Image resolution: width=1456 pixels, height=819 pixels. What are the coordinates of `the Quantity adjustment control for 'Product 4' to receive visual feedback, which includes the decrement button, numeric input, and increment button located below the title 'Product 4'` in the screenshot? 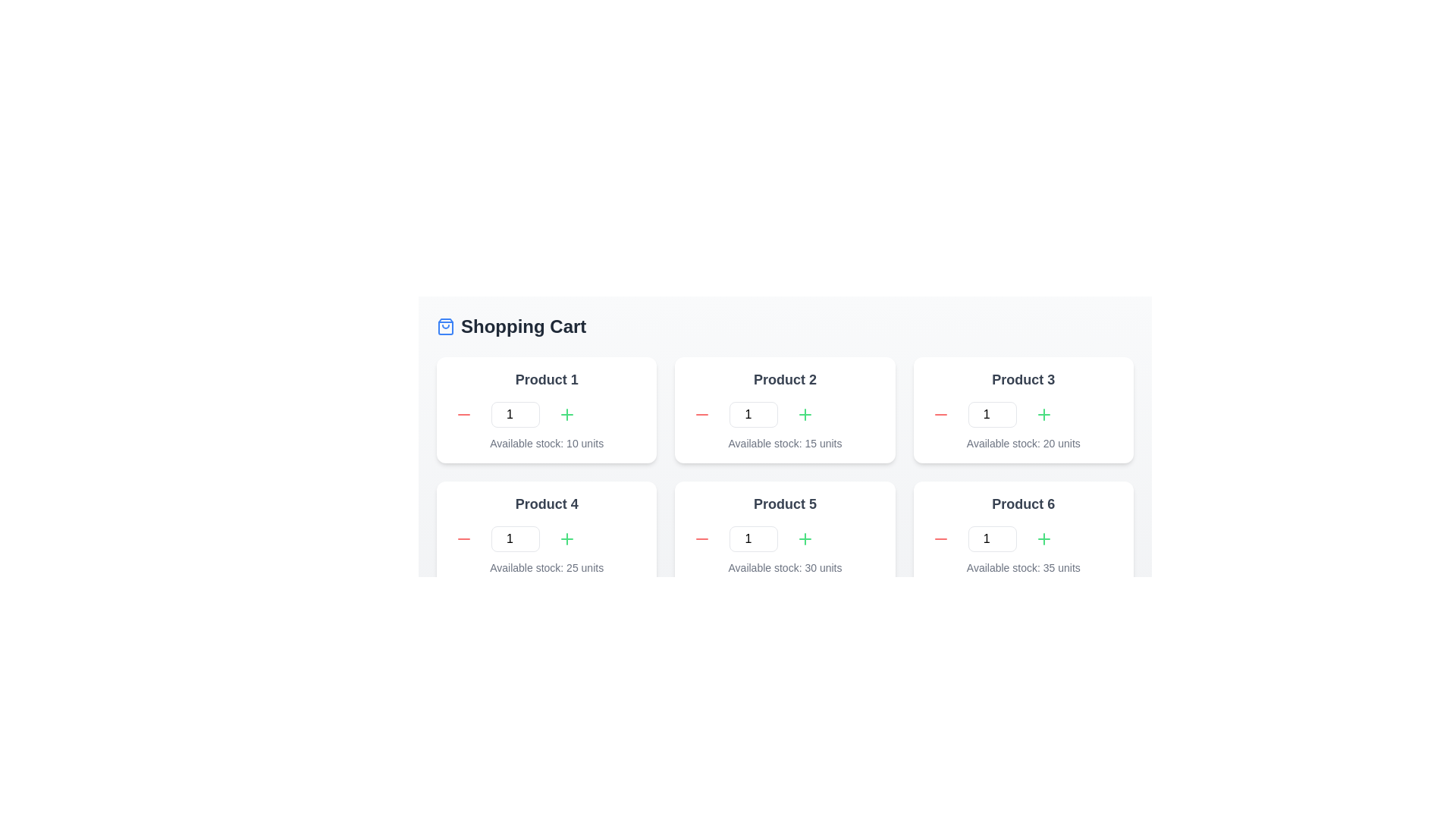 It's located at (546, 538).